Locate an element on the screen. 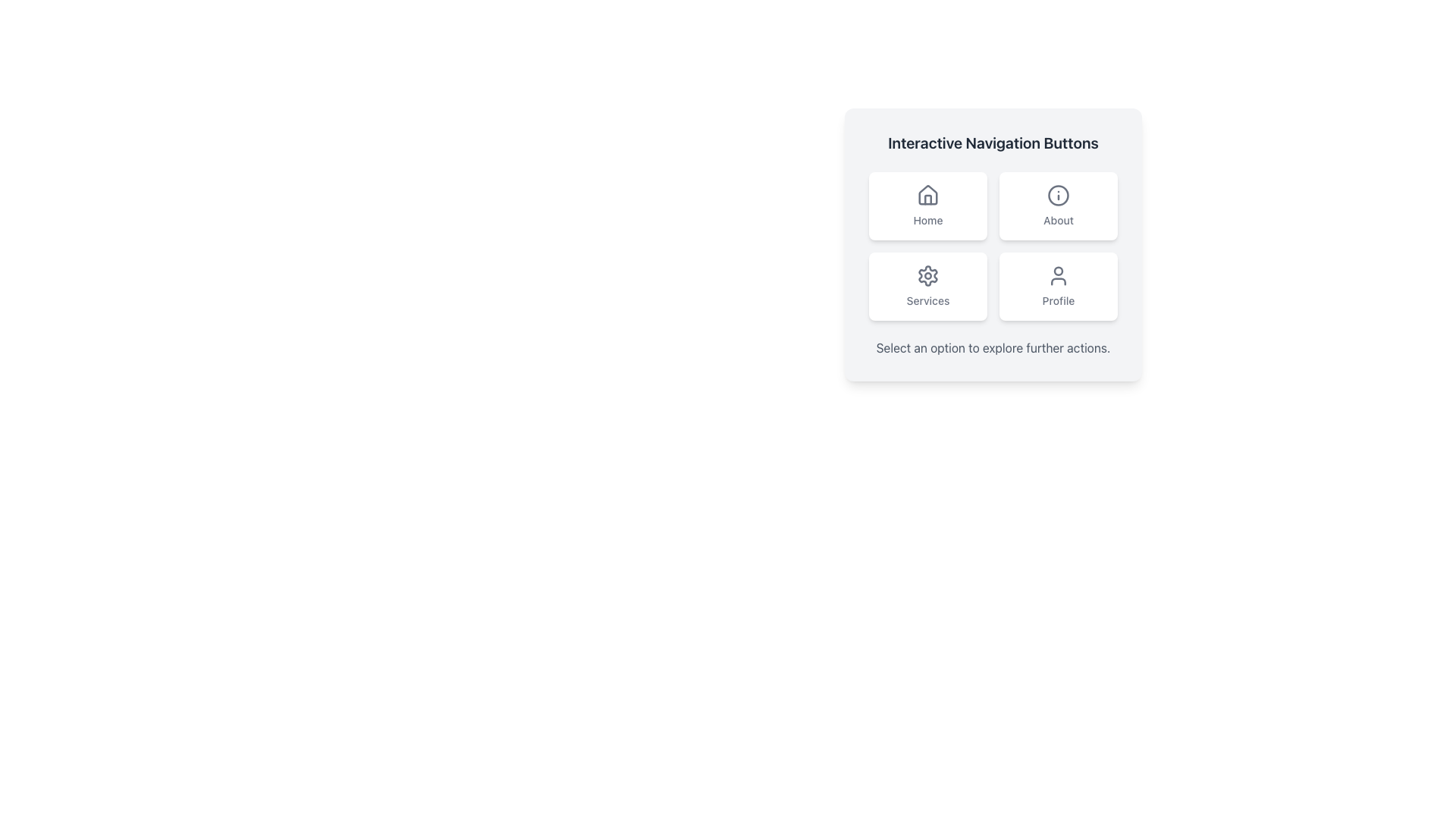 Image resolution: width=1456 pixels, height=819 pixels. the 'Home' text label, which is displayed in a sans-serif font beneath a house icon in the 'Interactive Navigation Buttons' section is located at coordinates (927, 220).